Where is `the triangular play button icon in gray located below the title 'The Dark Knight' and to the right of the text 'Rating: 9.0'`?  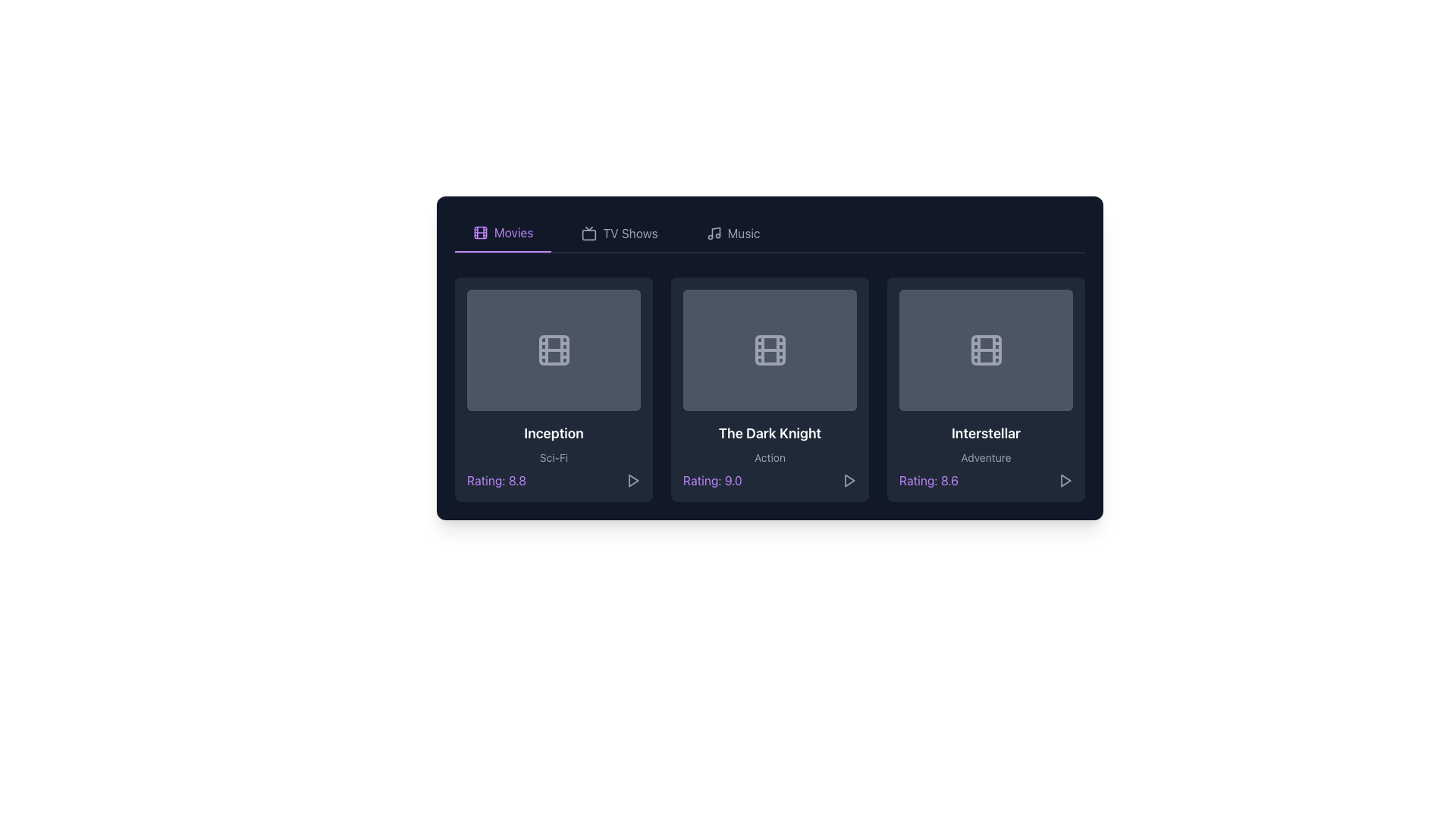 the triangular play button icon in gray located below the title 'The Dark Knight' and to the right of the text 'Rating: 9.0' is located at coordinates (848, 480).